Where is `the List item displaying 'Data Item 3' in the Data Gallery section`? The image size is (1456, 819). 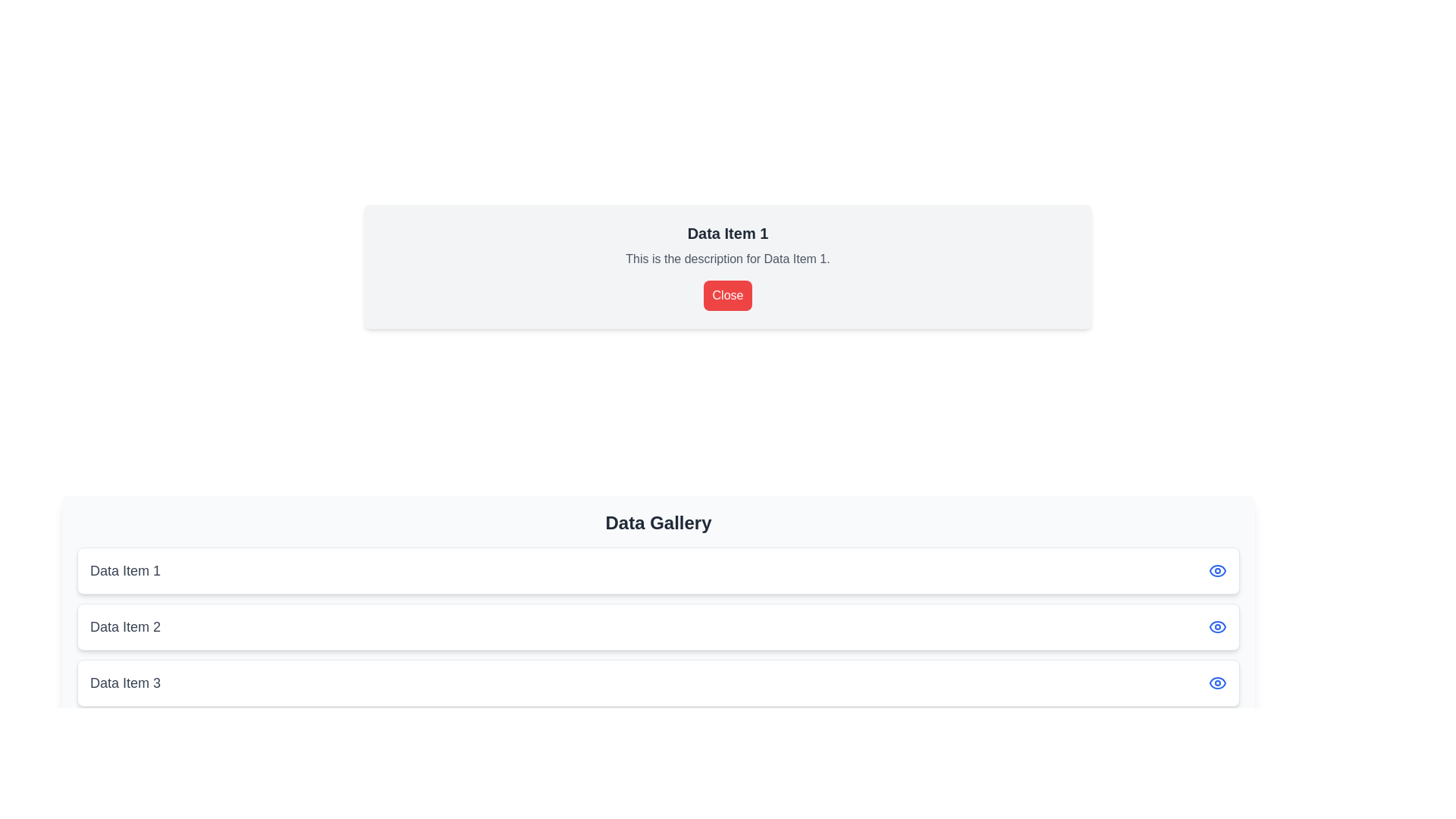
the List item displaying 'Data Item 3' in the Data Gallery section is located at coordinates (658, 683).